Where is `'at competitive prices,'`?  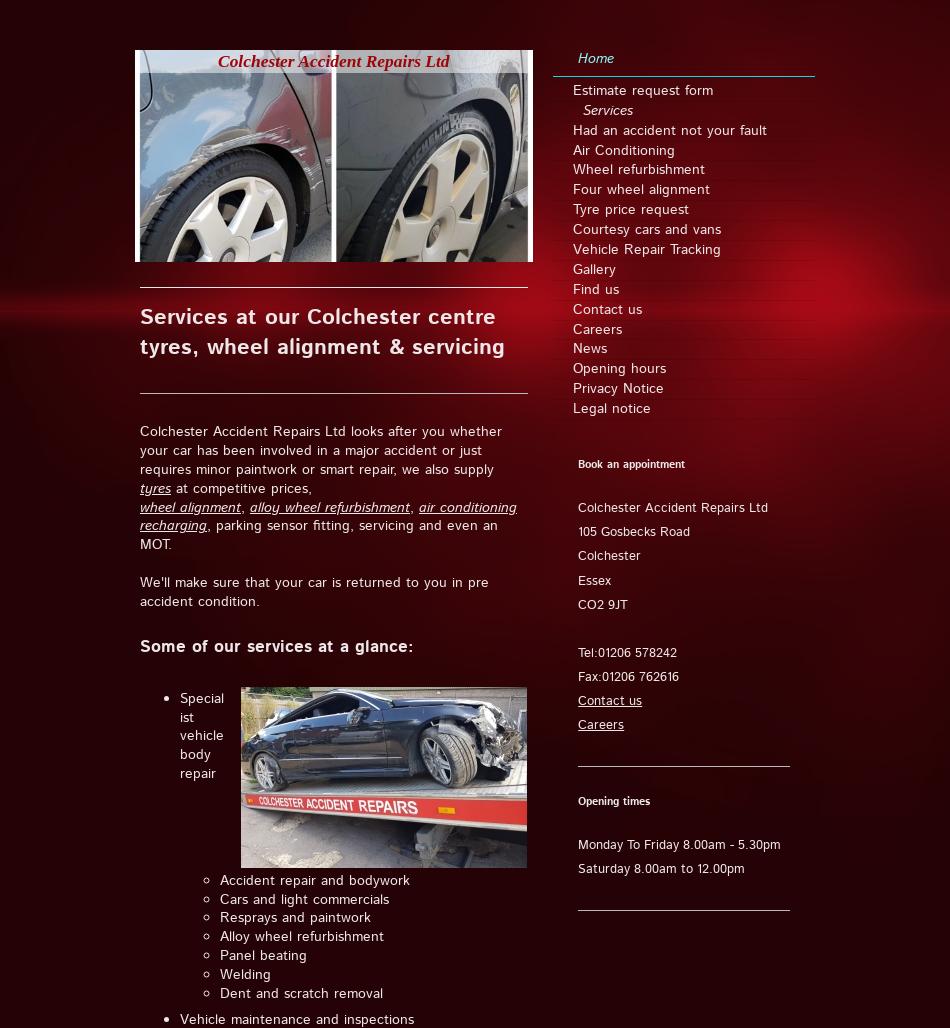
'at competitive prices,' is located at coordinates (240, 486).